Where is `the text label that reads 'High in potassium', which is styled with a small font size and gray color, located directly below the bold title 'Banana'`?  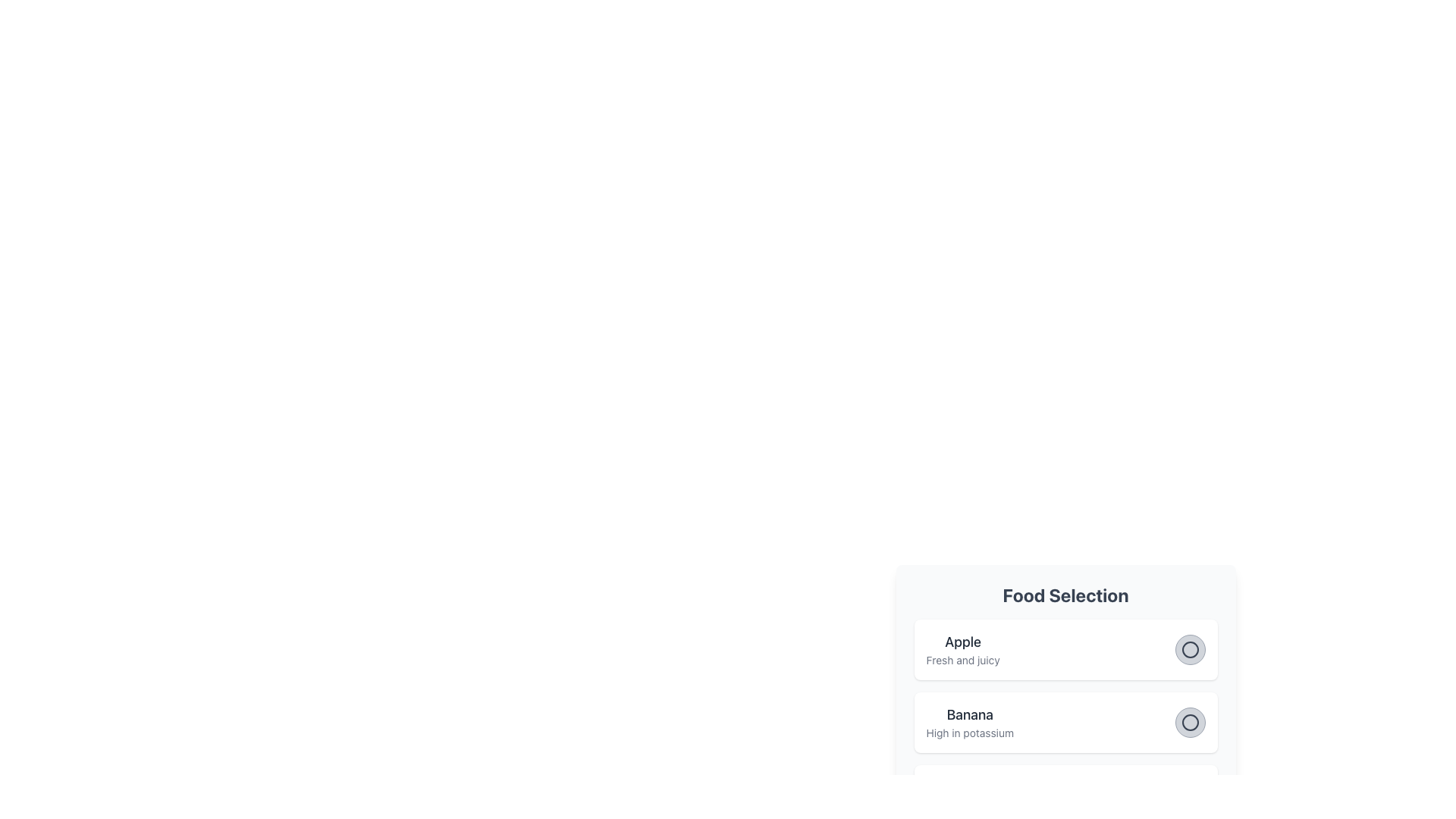
the text label that reads 'High in potassium', which is styled with a small font size and gray color, located directly below the bold title 'Banana' is located at coordinates (969, 733).